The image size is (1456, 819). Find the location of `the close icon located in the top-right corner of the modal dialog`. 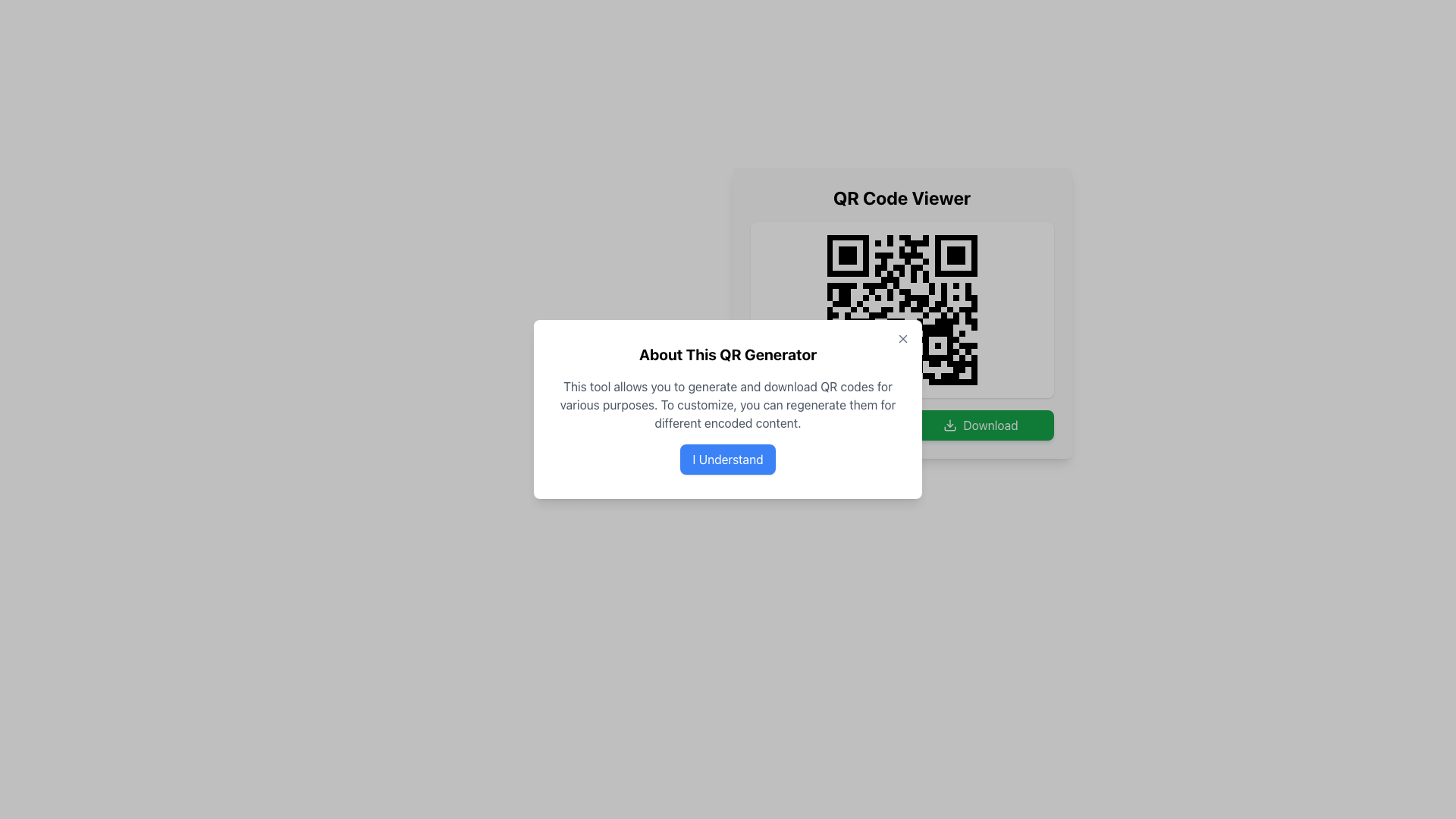

the close icon located in the top-right corner of the modal dialog is located at coordinates (902, 338).